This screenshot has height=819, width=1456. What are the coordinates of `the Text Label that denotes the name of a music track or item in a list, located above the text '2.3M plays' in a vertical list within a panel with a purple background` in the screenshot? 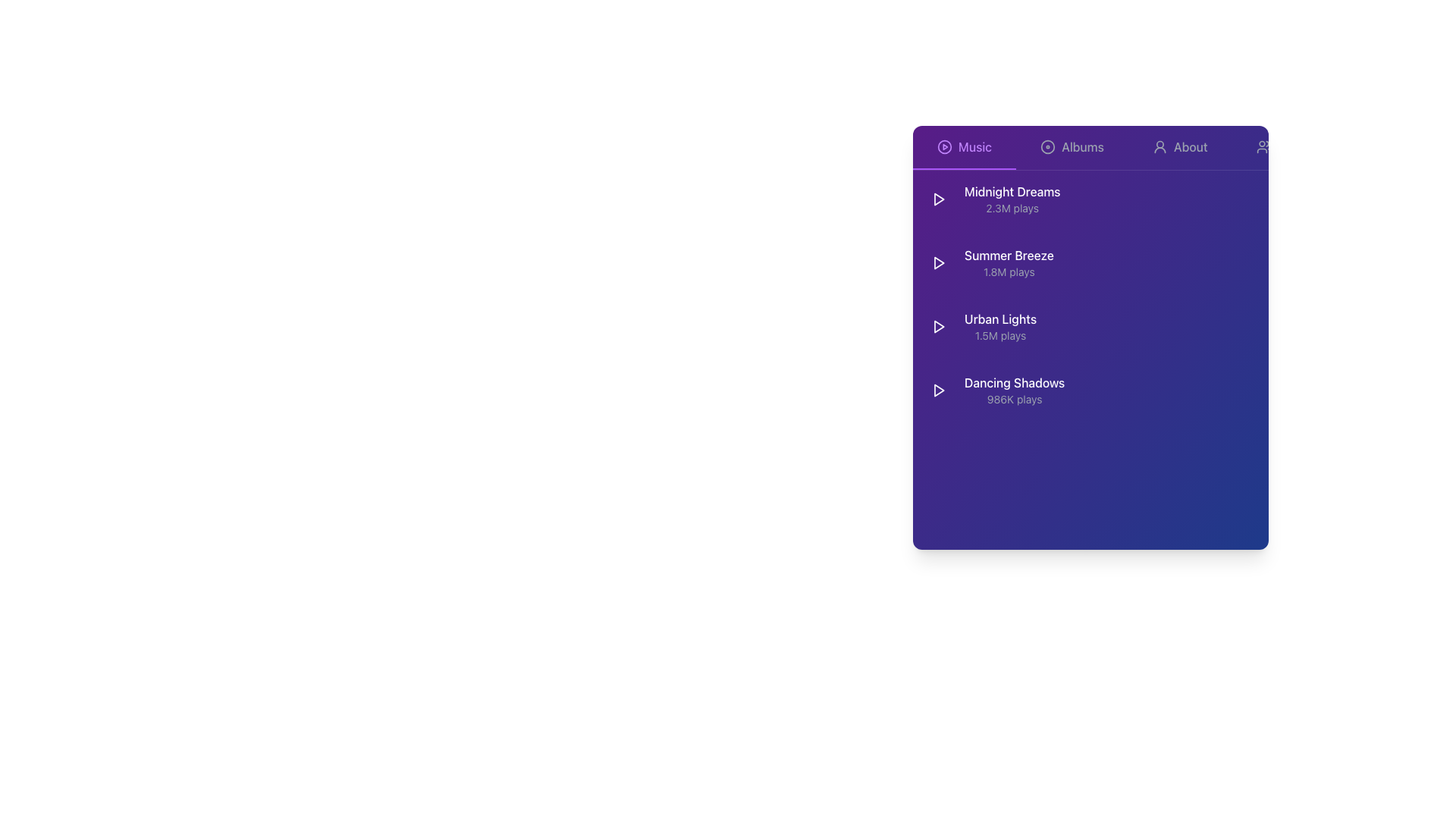 It's located at (1012, 191).